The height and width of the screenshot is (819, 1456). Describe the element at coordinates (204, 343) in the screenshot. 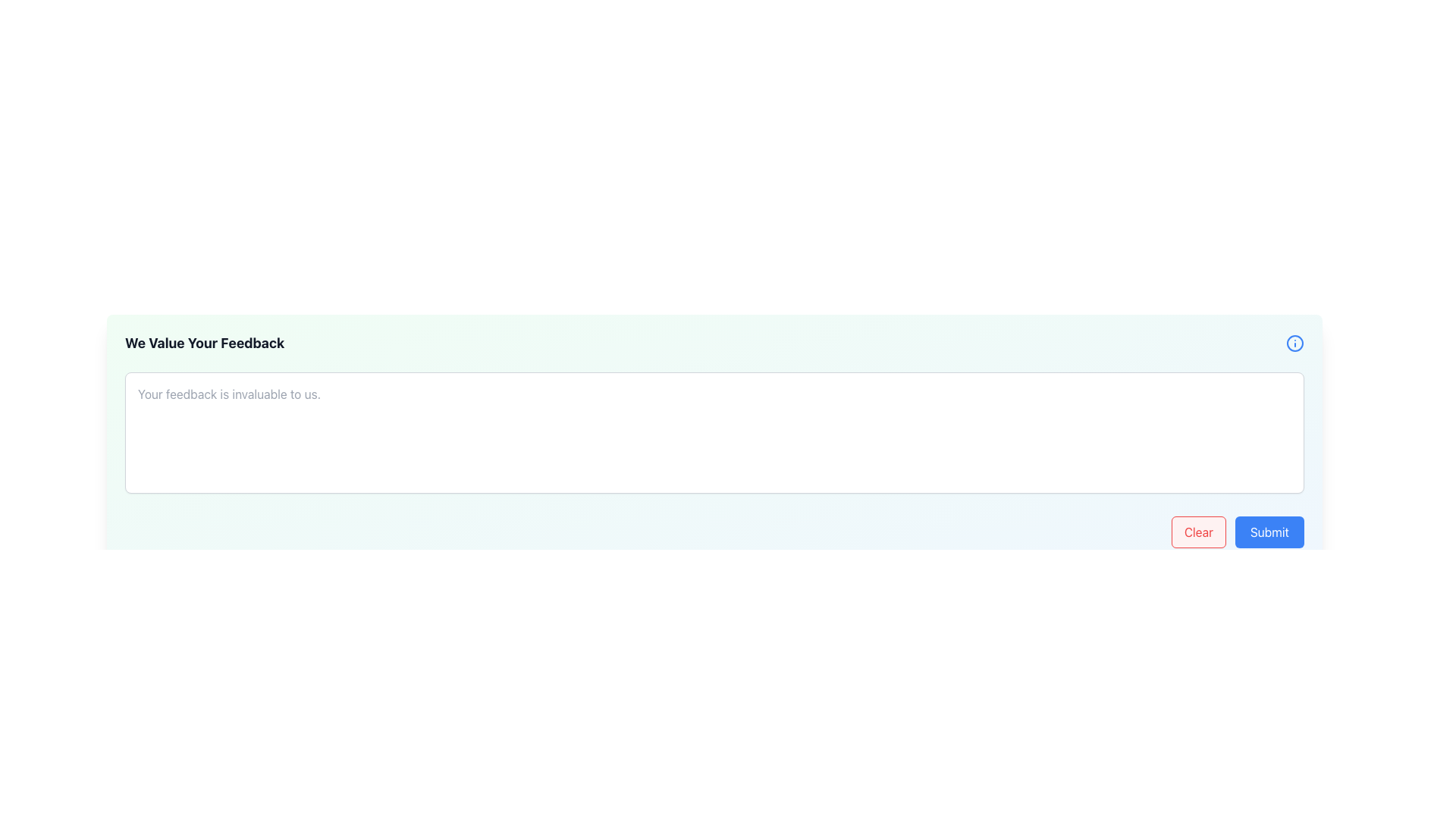

I see `text displayed as 'We Value Your Feedback' located at the top-left part of the feedback form interface` at that location.